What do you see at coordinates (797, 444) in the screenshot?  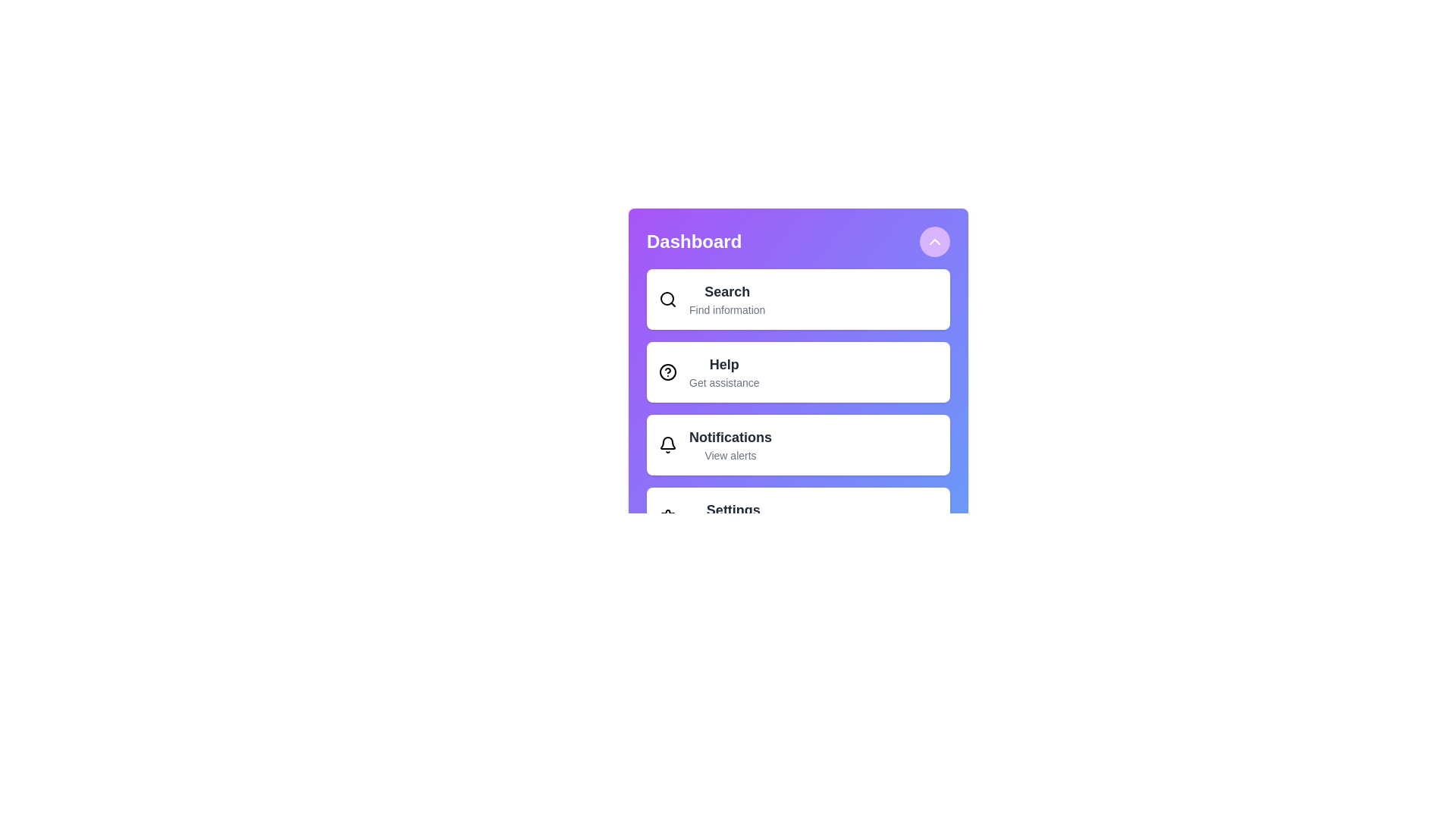 I see `the menu item labeled Notifications to select it` at bounding box center [797, 444].